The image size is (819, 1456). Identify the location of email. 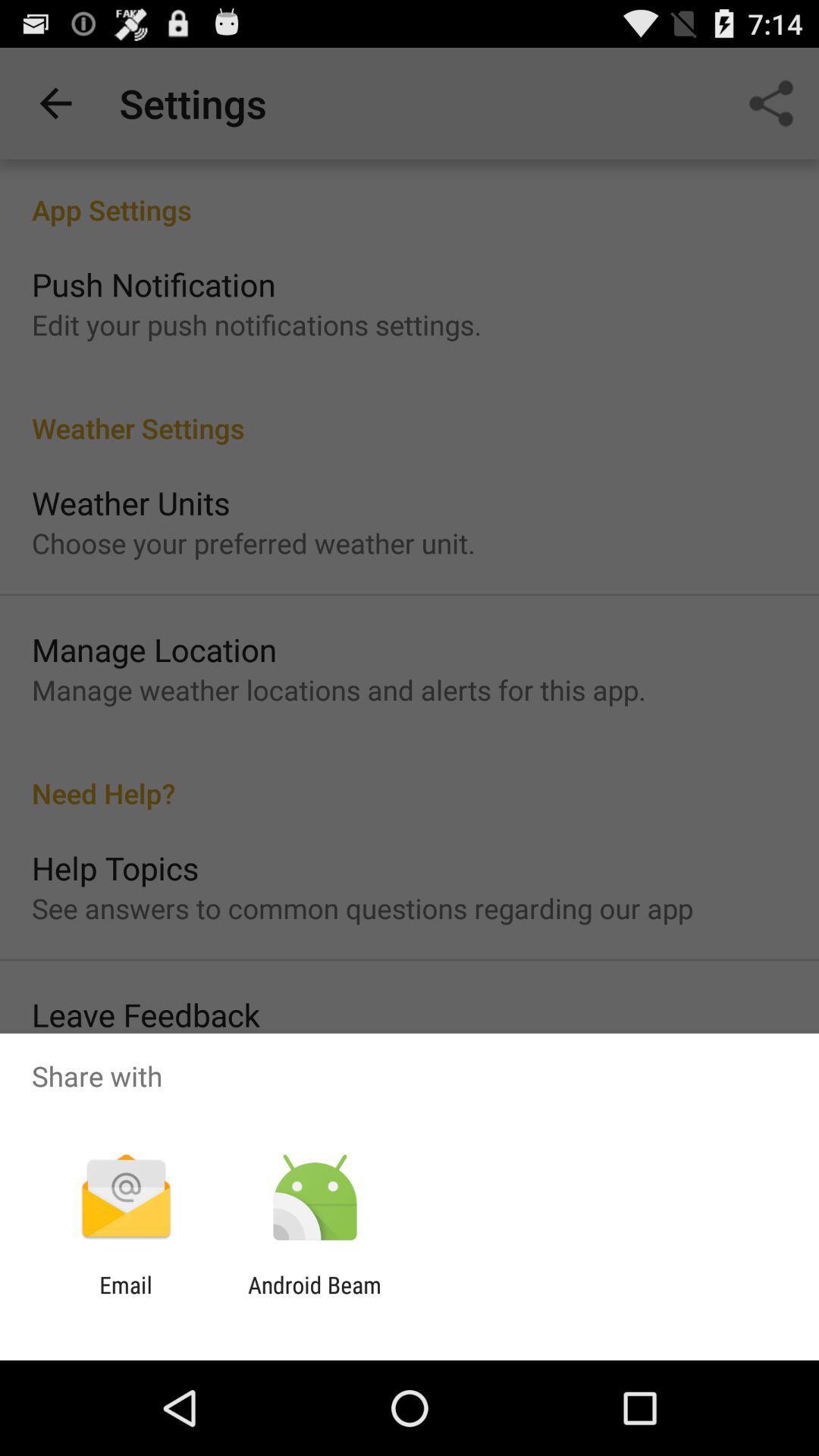
(125, 1298).